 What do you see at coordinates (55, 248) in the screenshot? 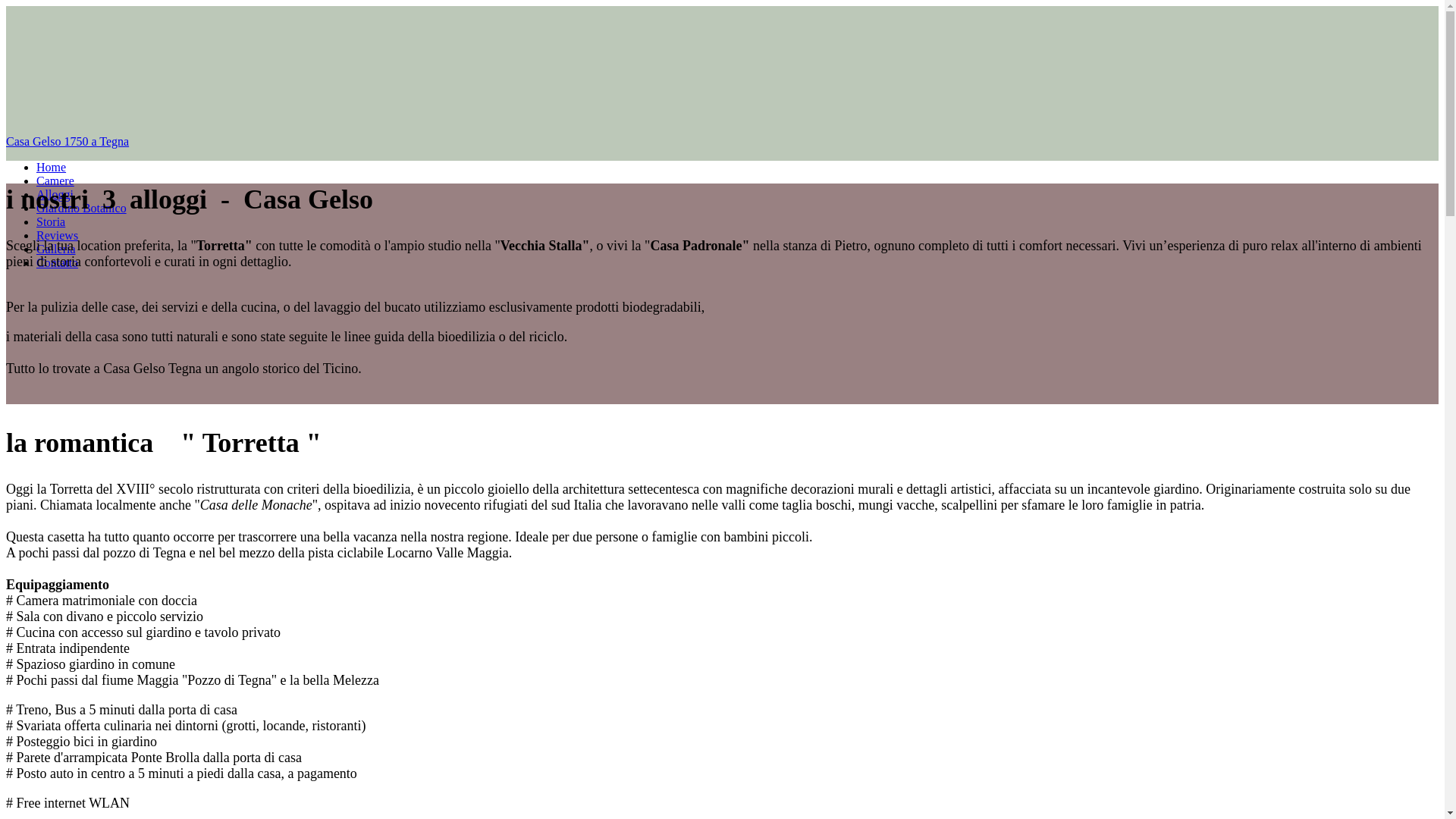
I see `'Galleria'` at bounding box center [55, 248].